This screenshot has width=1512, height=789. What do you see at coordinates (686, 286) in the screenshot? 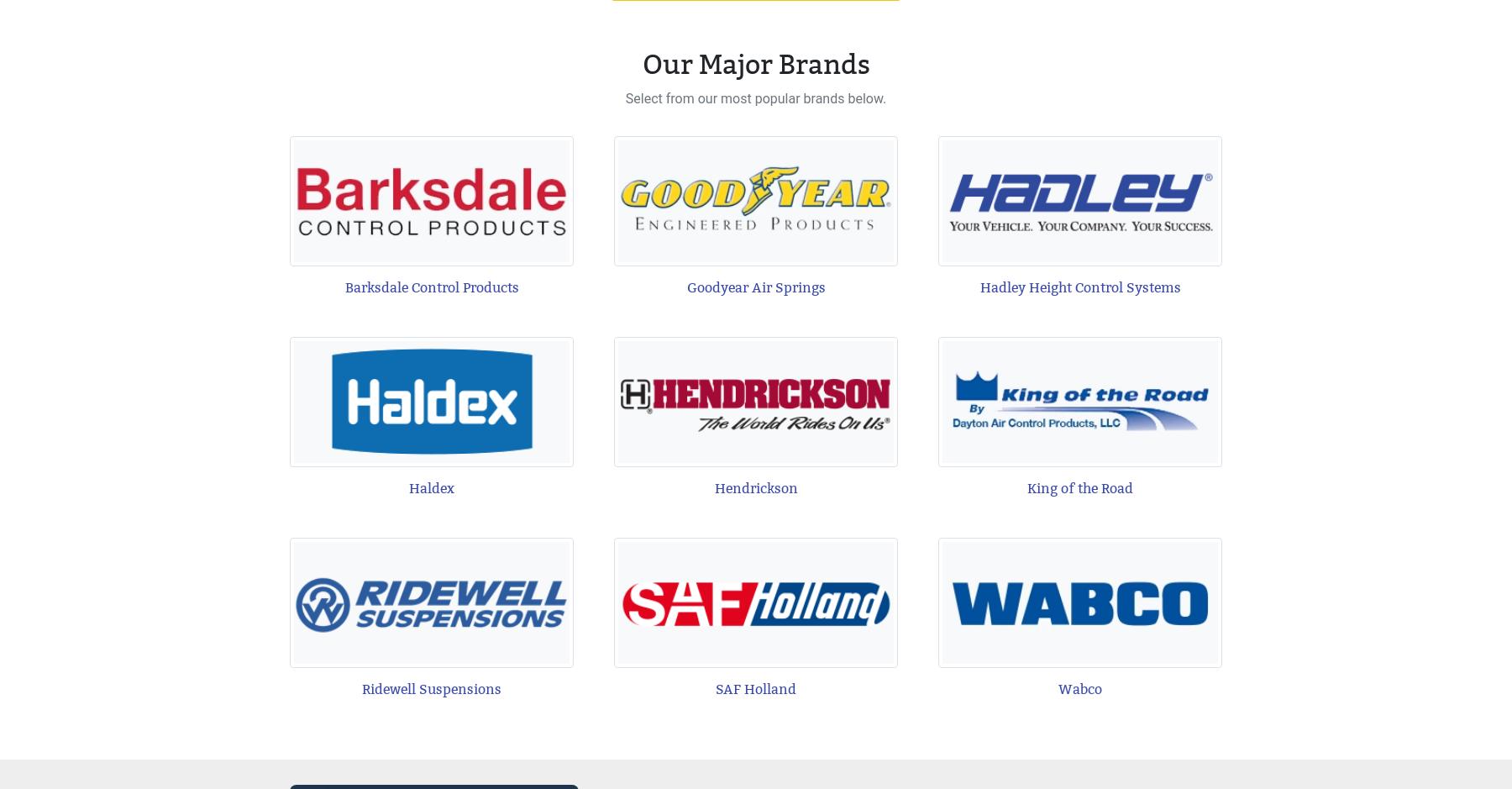
I see `'Goodyear Air Springs'` at bounding box center [686, 286].